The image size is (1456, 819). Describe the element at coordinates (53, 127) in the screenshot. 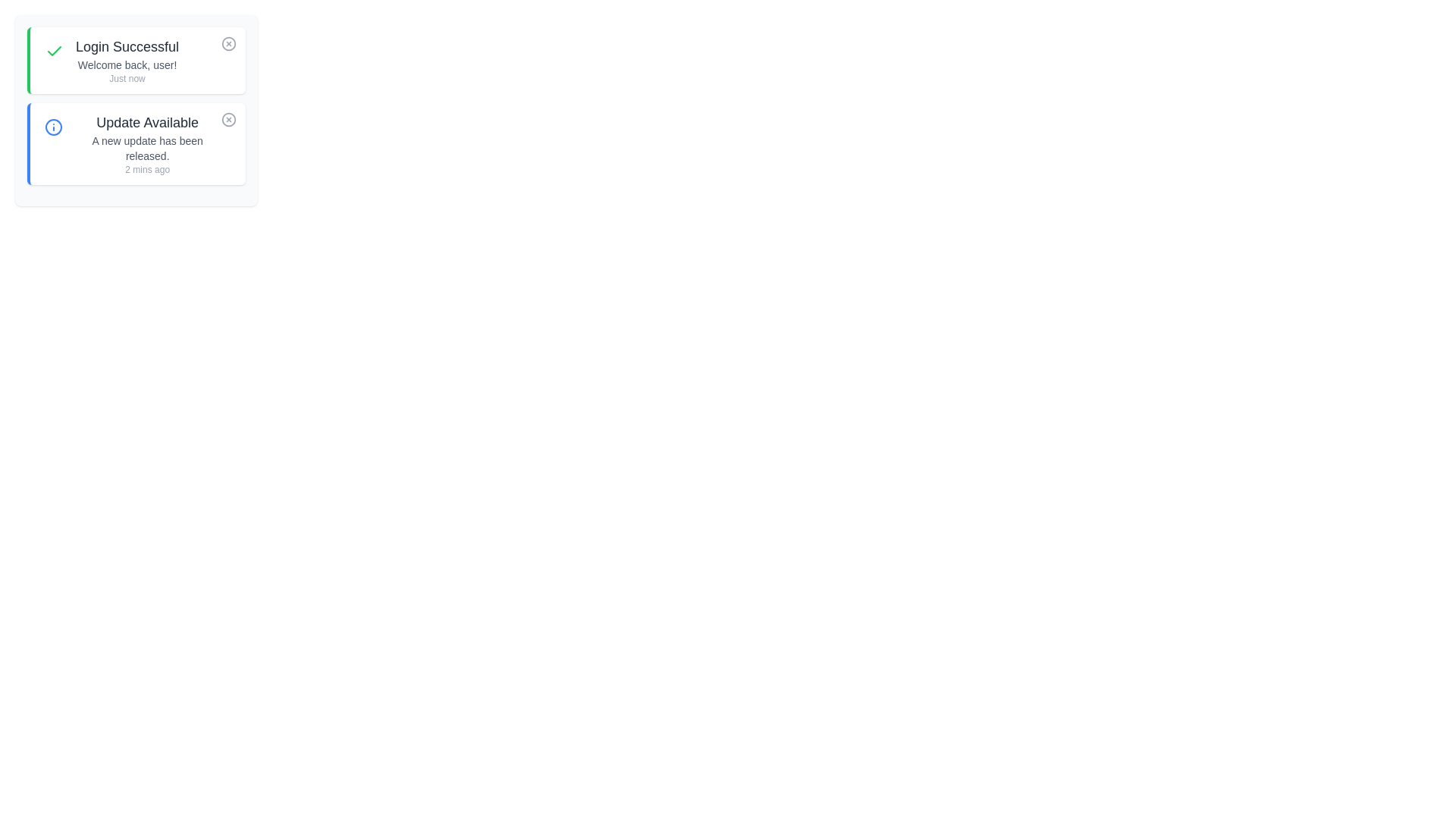

I see `the circular blue outlined icon with a white interior and 'i' symbol in the top-left corner of the 'Update Available' notification box` at that location.